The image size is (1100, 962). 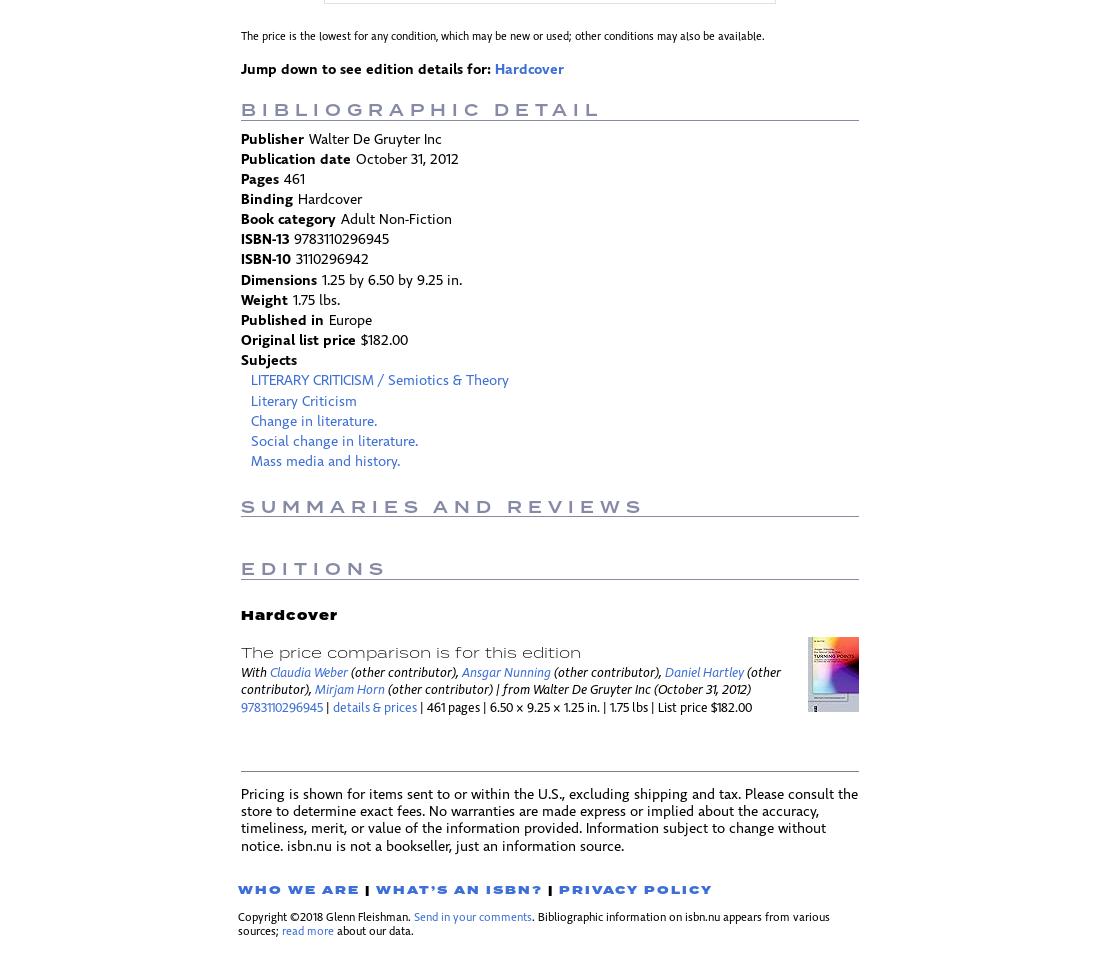 I want to click on 'LITERARY CRITICISM / Semiotics & Theory', so click(x=380, y=380).